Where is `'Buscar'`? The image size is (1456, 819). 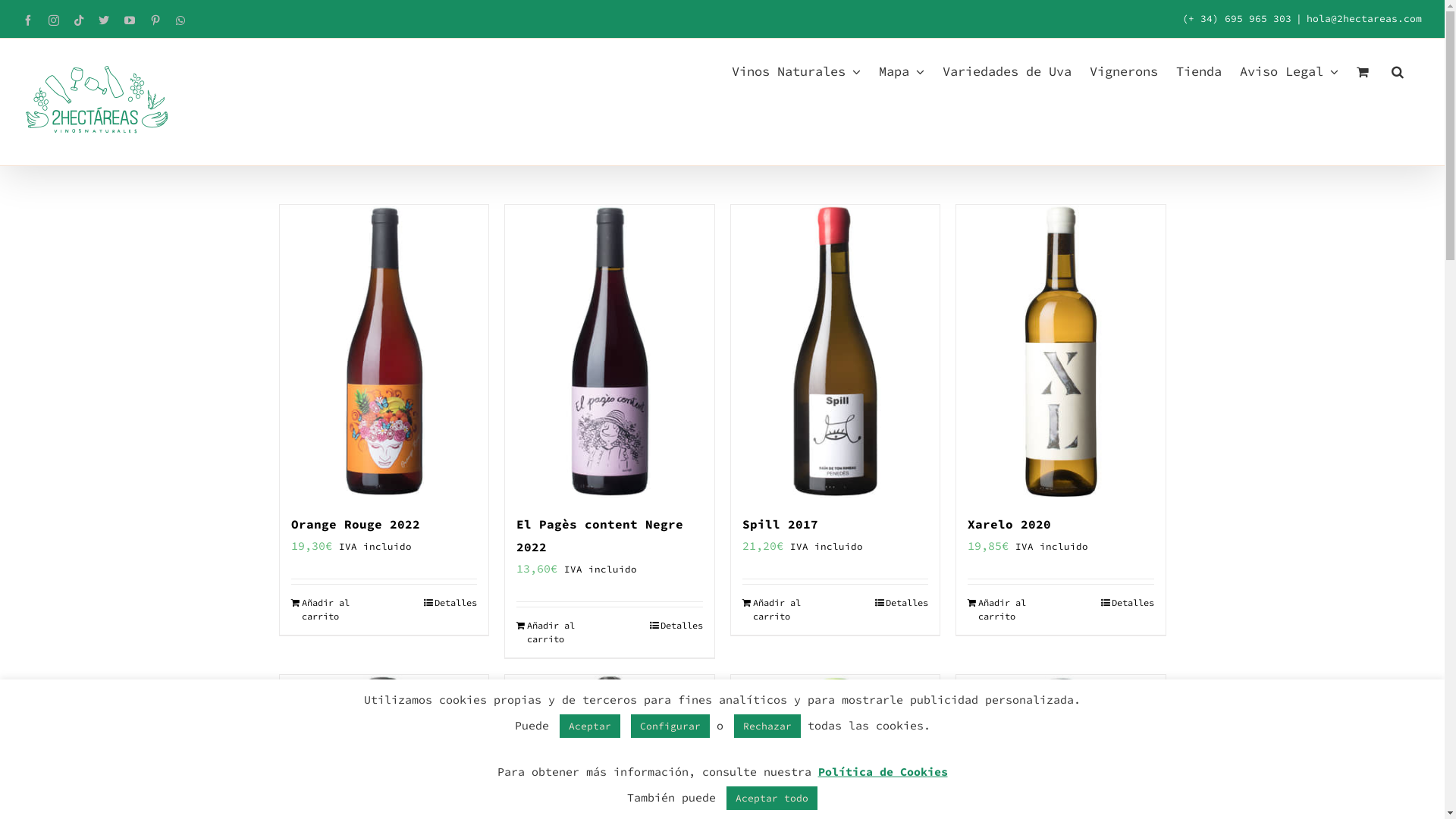 'Buscar' is located at coordinates (1397, 70).